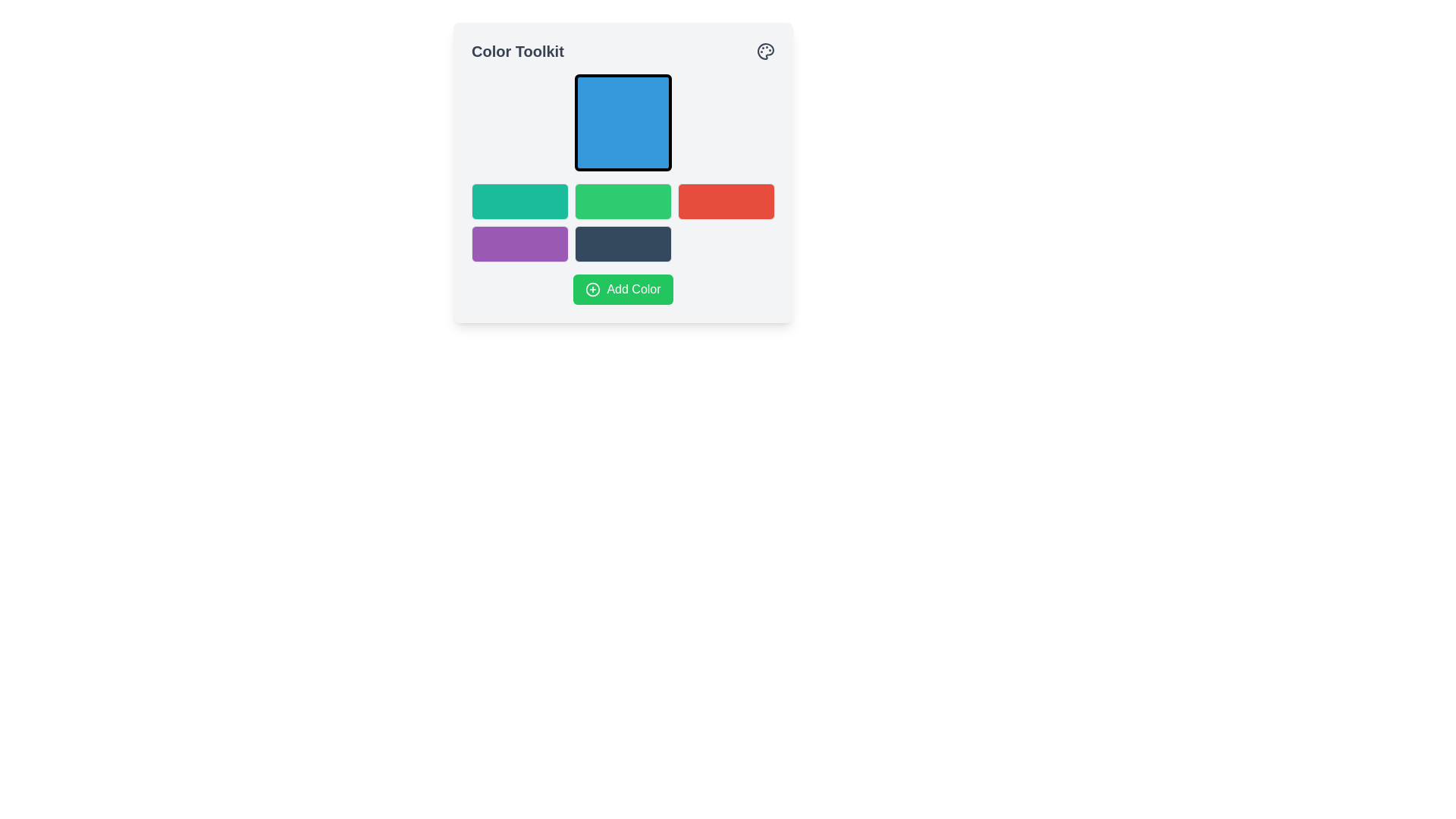  I want to click on the rectangular button with rounded corners and a solid purple background color located in the second row, first column of the grid layout, so click(520, 243).